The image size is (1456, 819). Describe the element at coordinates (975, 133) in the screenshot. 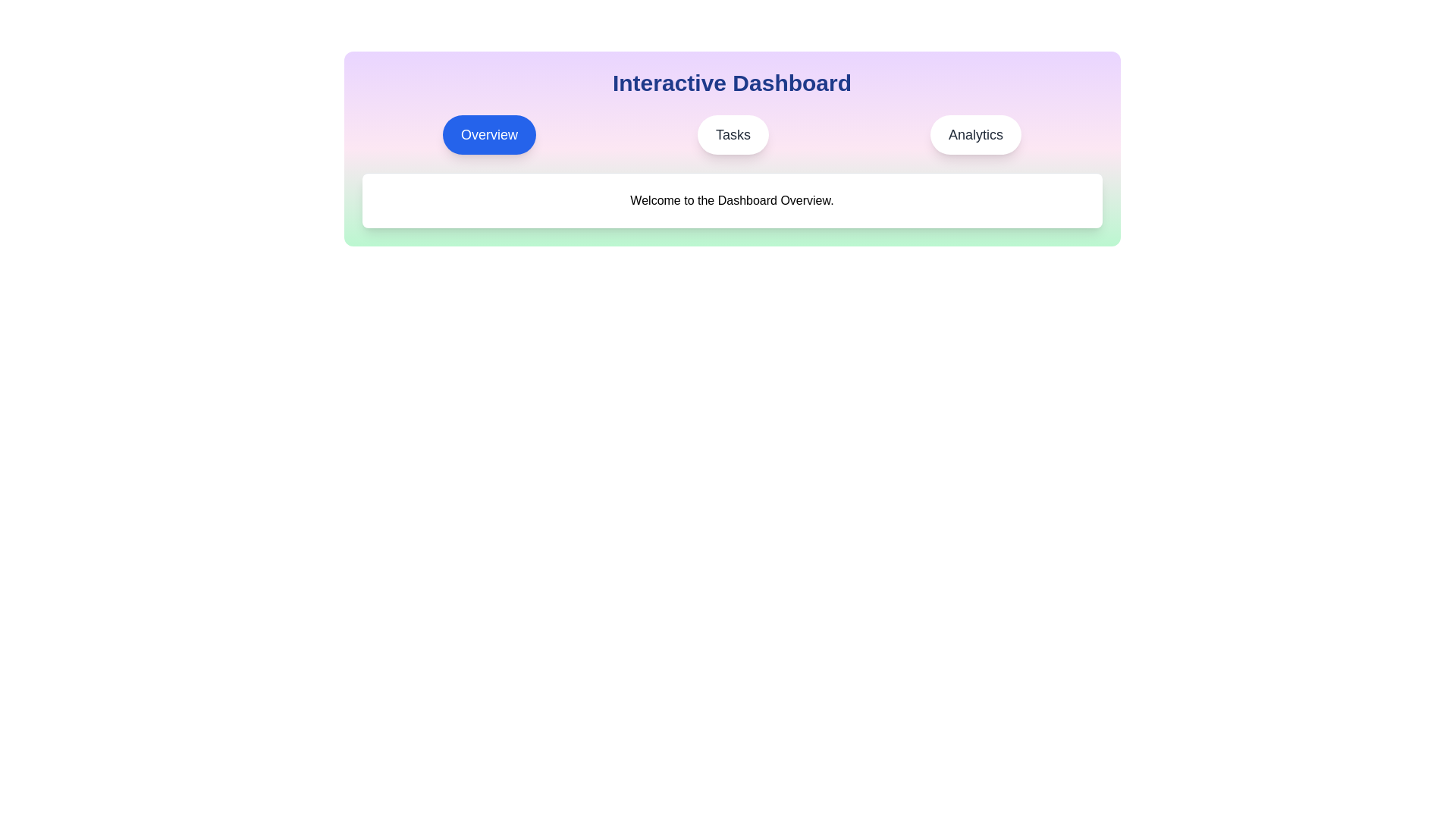

I see `the tab labeled Analytics` at that location.